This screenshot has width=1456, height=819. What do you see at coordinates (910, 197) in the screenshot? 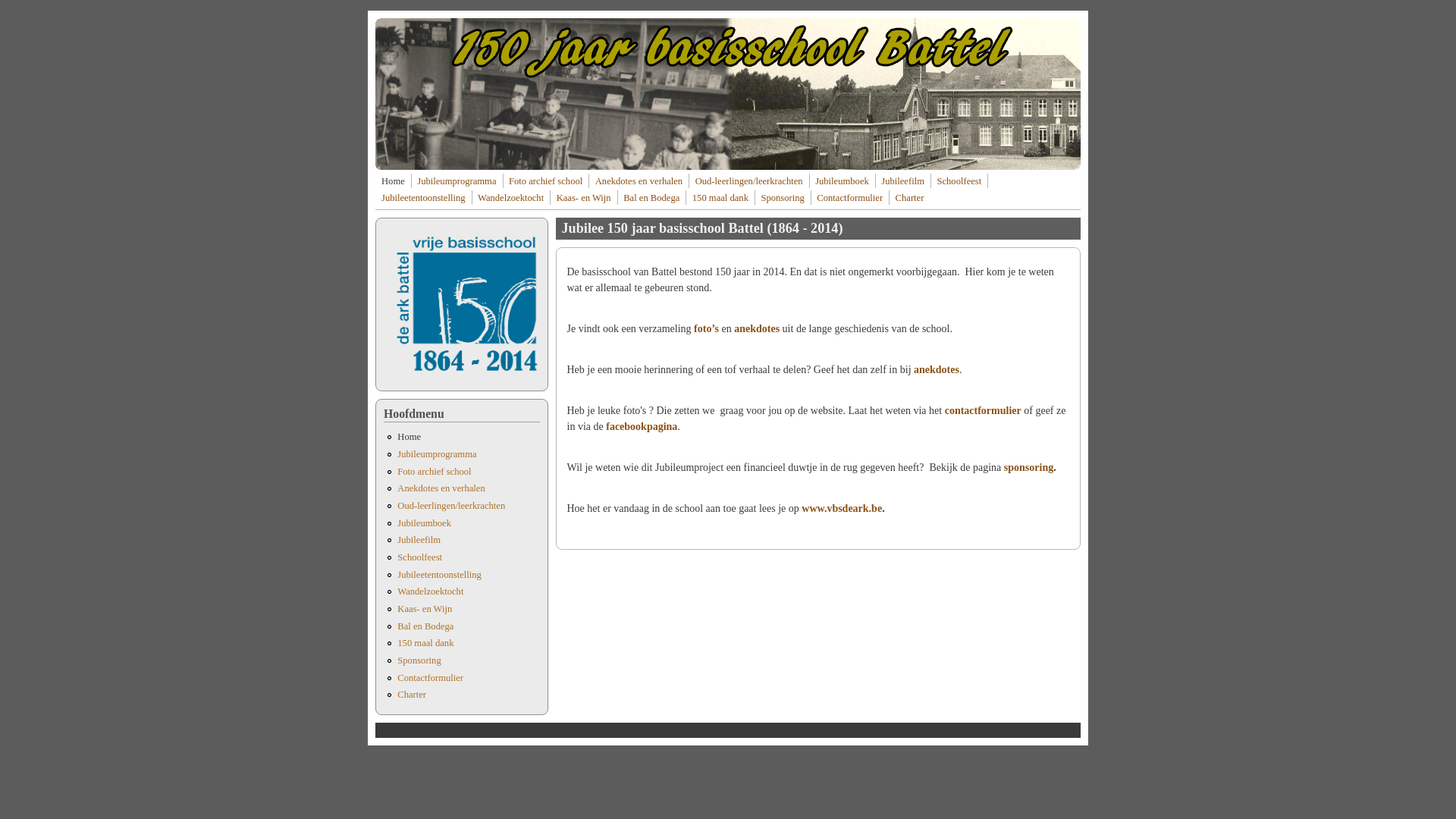
I see `'Charter'` at bounding box center [910, 197].